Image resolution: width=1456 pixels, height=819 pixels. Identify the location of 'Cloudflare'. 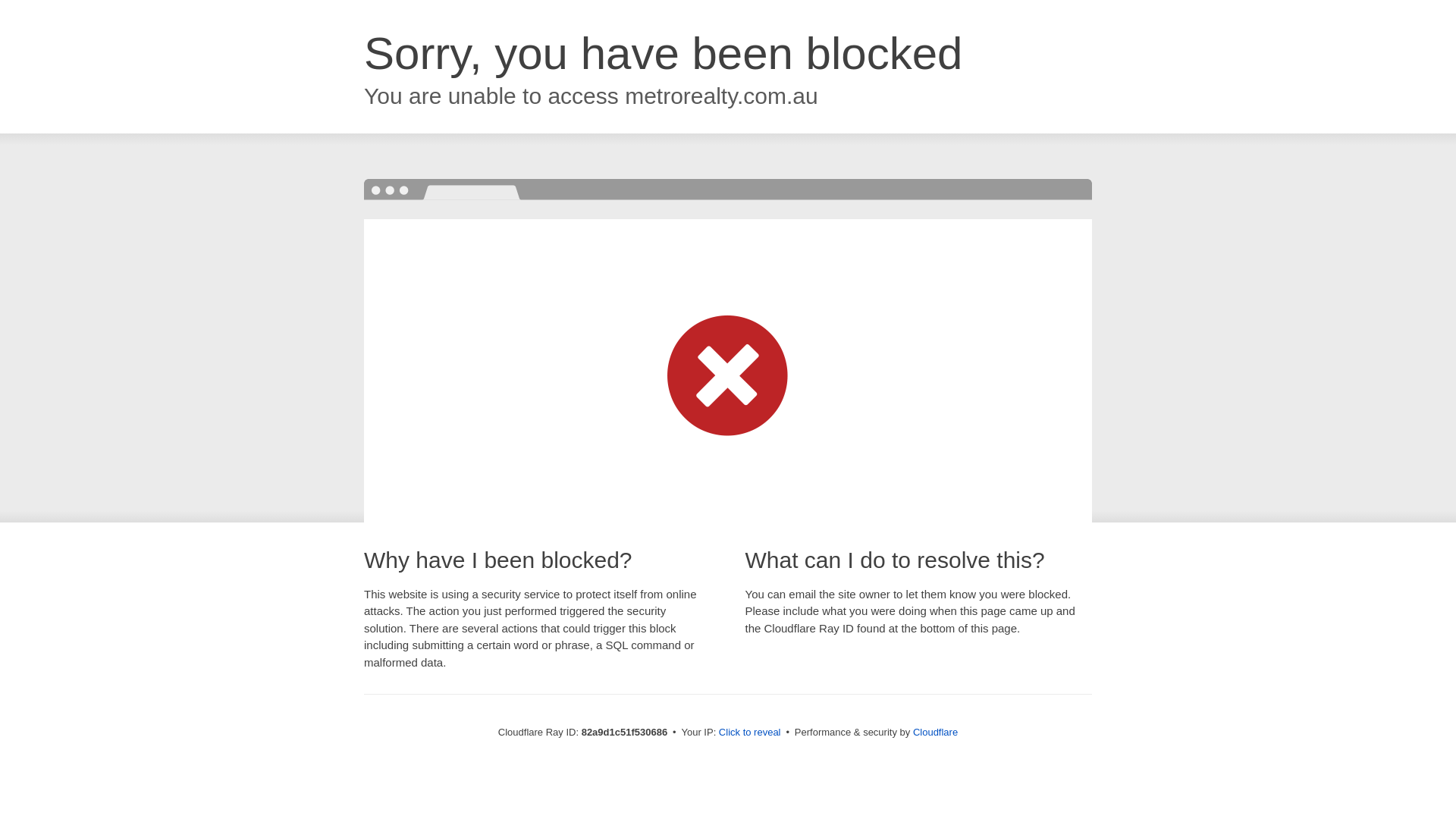
(934, 731).